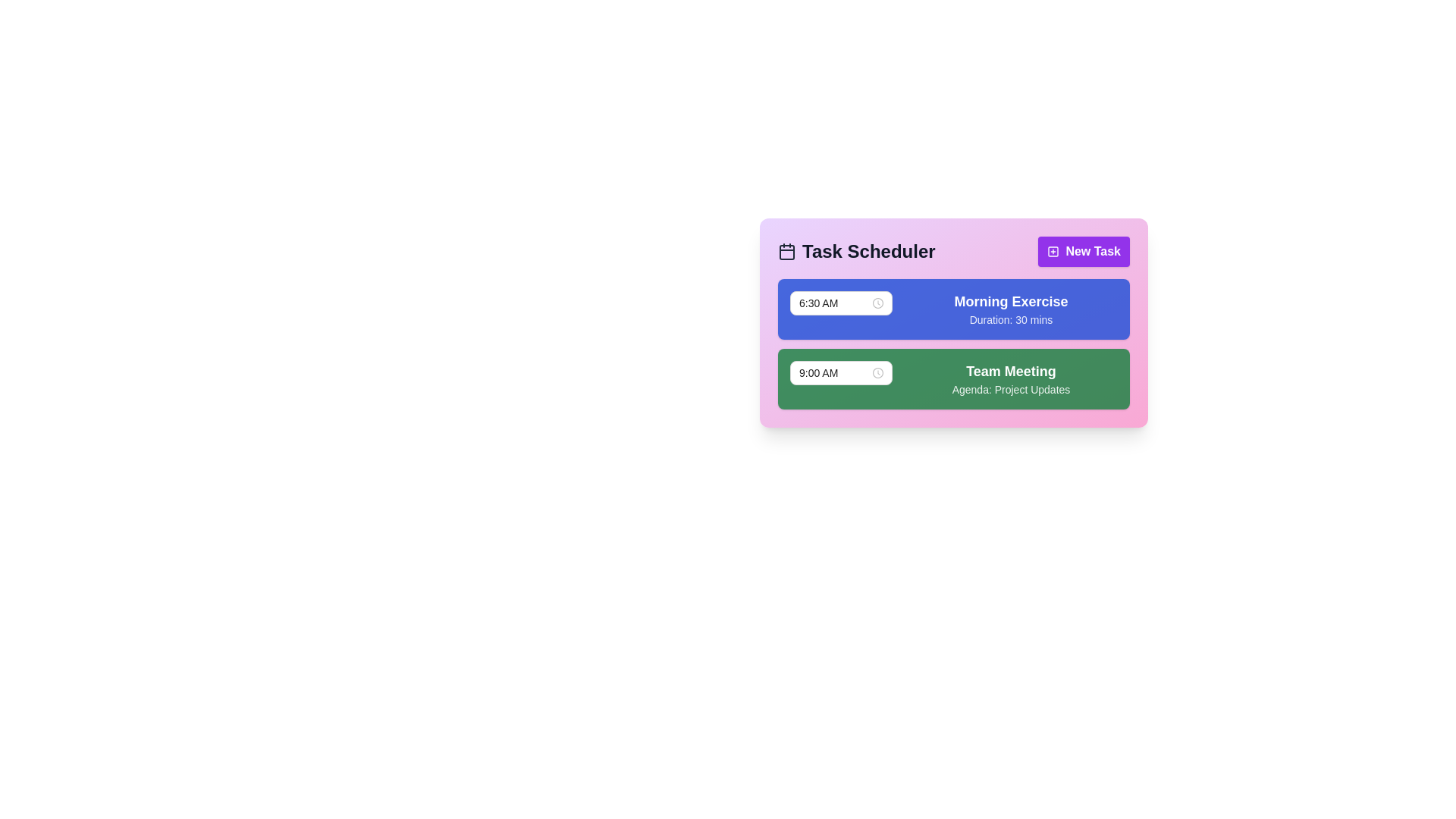  Describe the element at coordinates (833, 373) in the screenshot. I see `the input field displaying '9:00 AM'` at that location.